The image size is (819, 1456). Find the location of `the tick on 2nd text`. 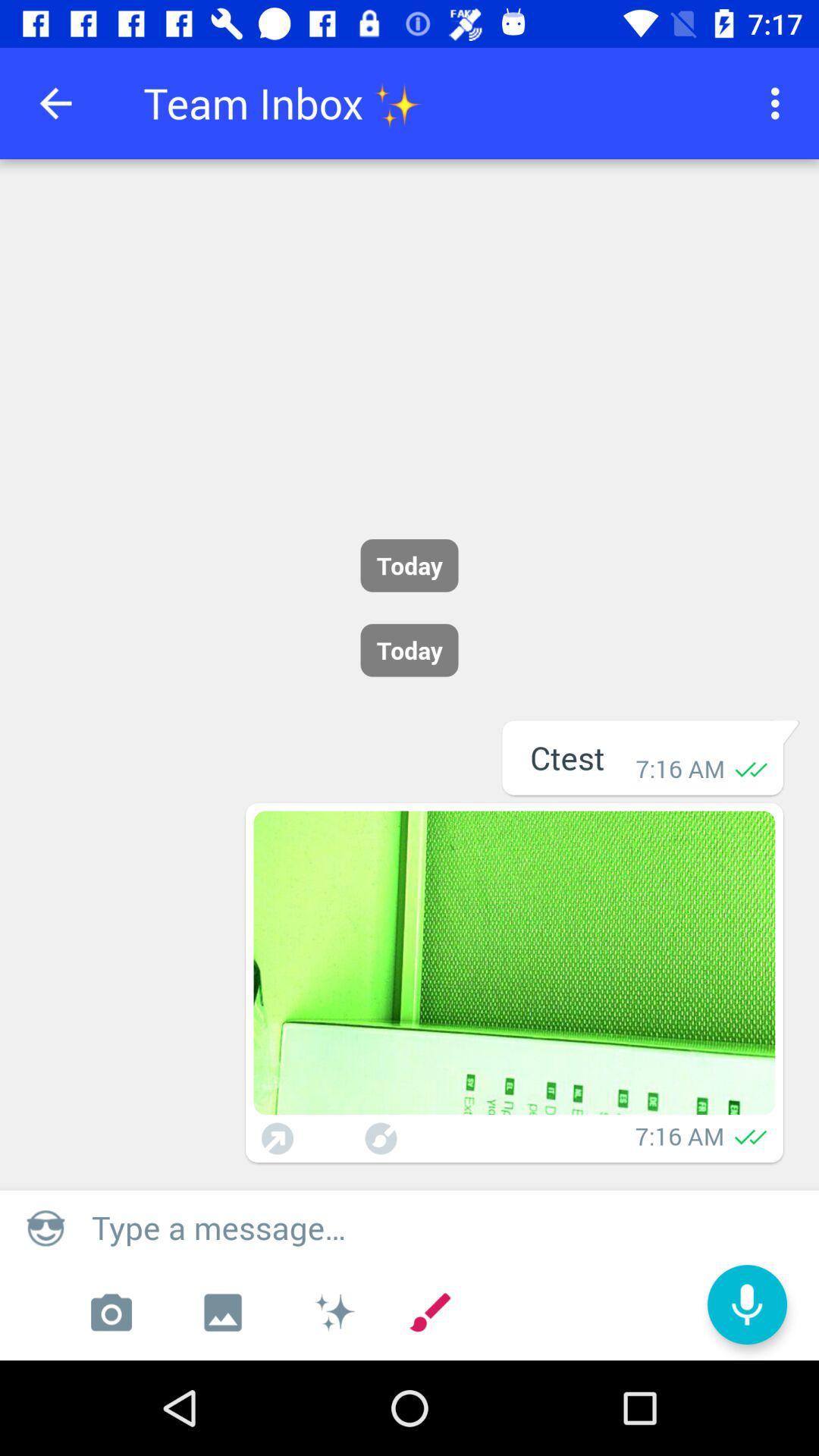

the tick on 2nd text is located at coordinates (752, 1135).